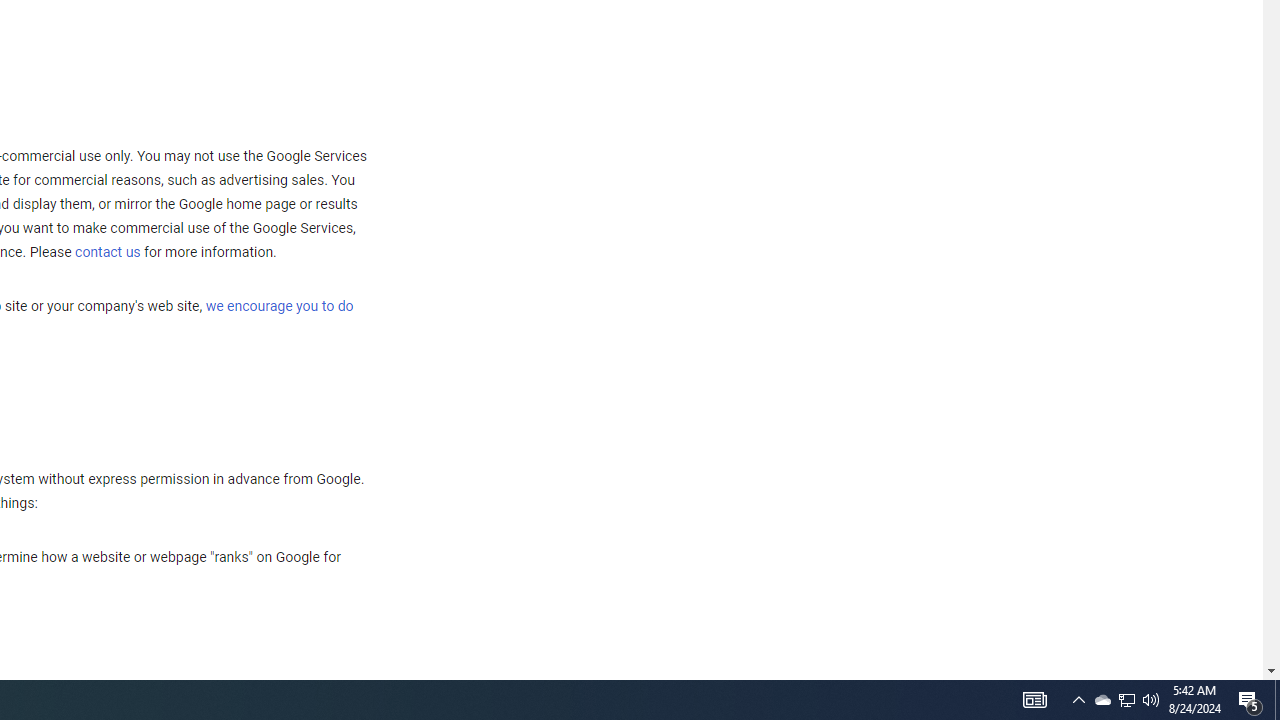 This screenshot has width=1280, height=720. I want to click on 'contact us', so click(107, 250).